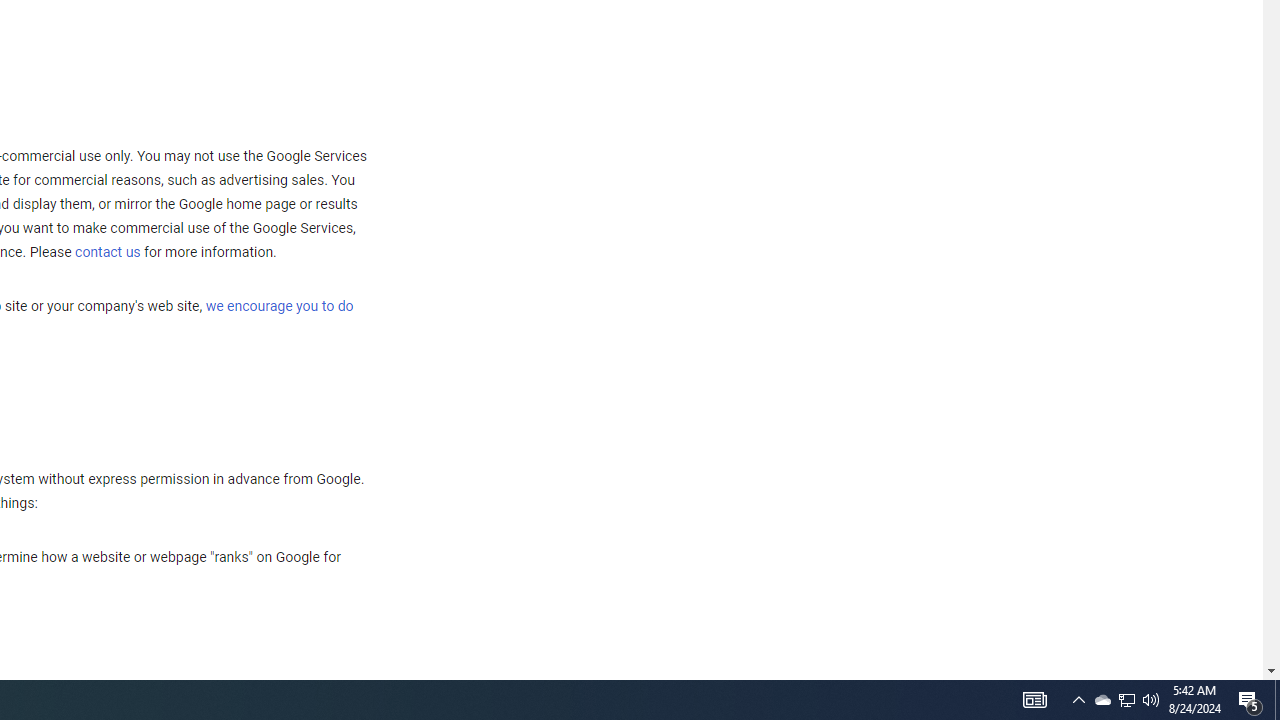 This screenshot has width=1280, height=720. I want to click on 'contact us', so click(107, 250).